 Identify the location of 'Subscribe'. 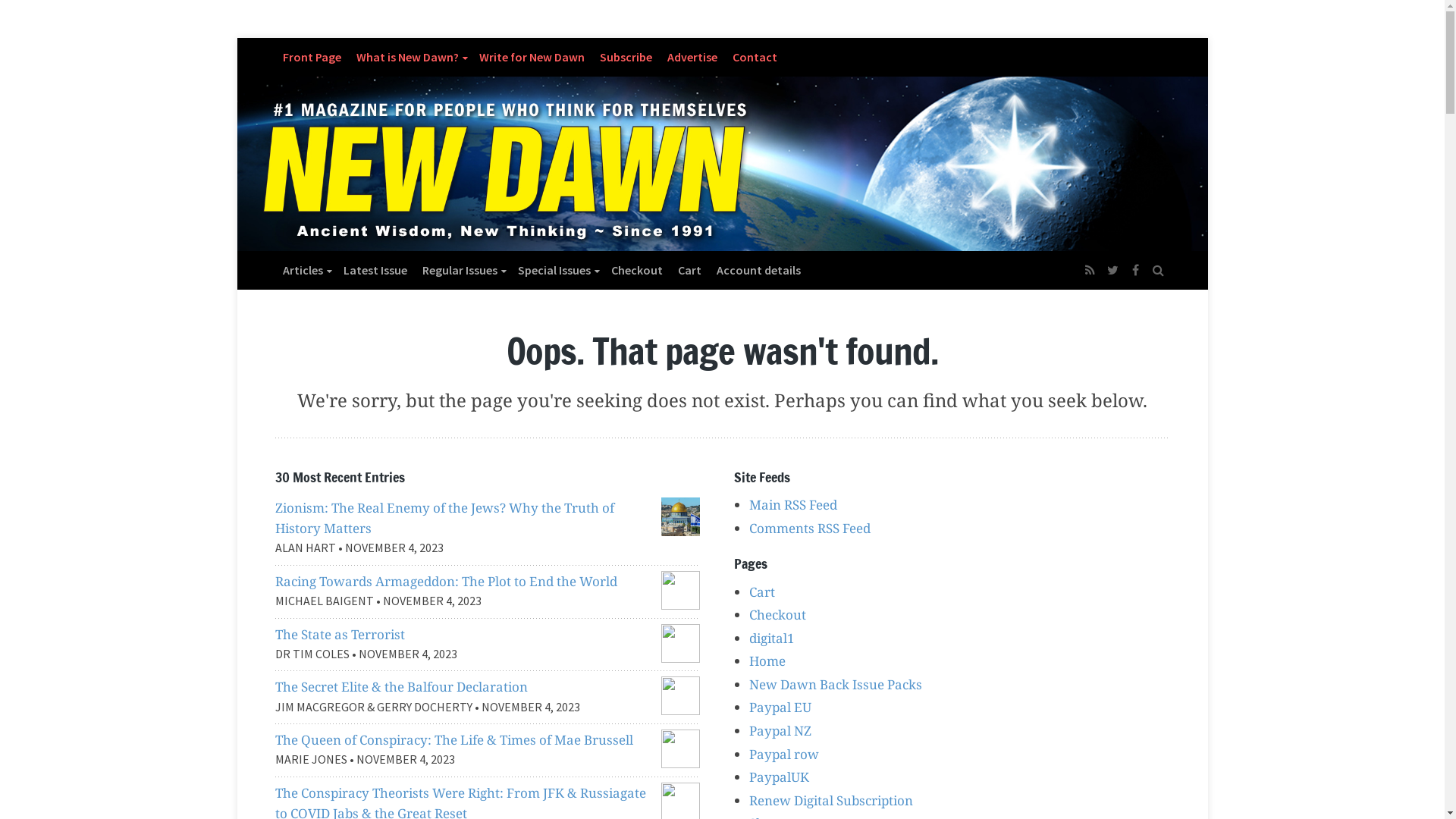
(625, 55).